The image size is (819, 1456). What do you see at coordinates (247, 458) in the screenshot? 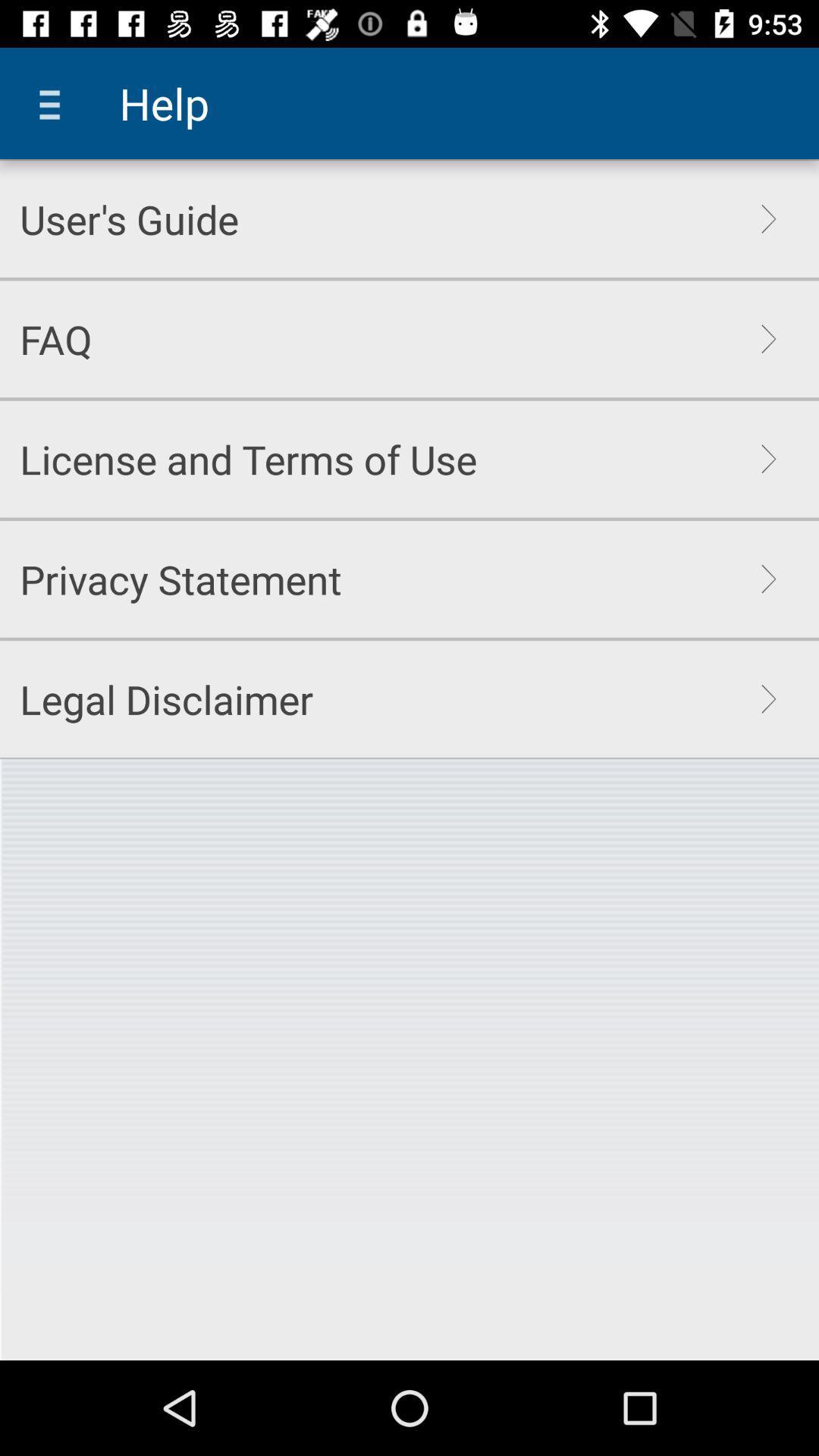
I see `the item above privacy statement item` at bounding box center [247, 458].